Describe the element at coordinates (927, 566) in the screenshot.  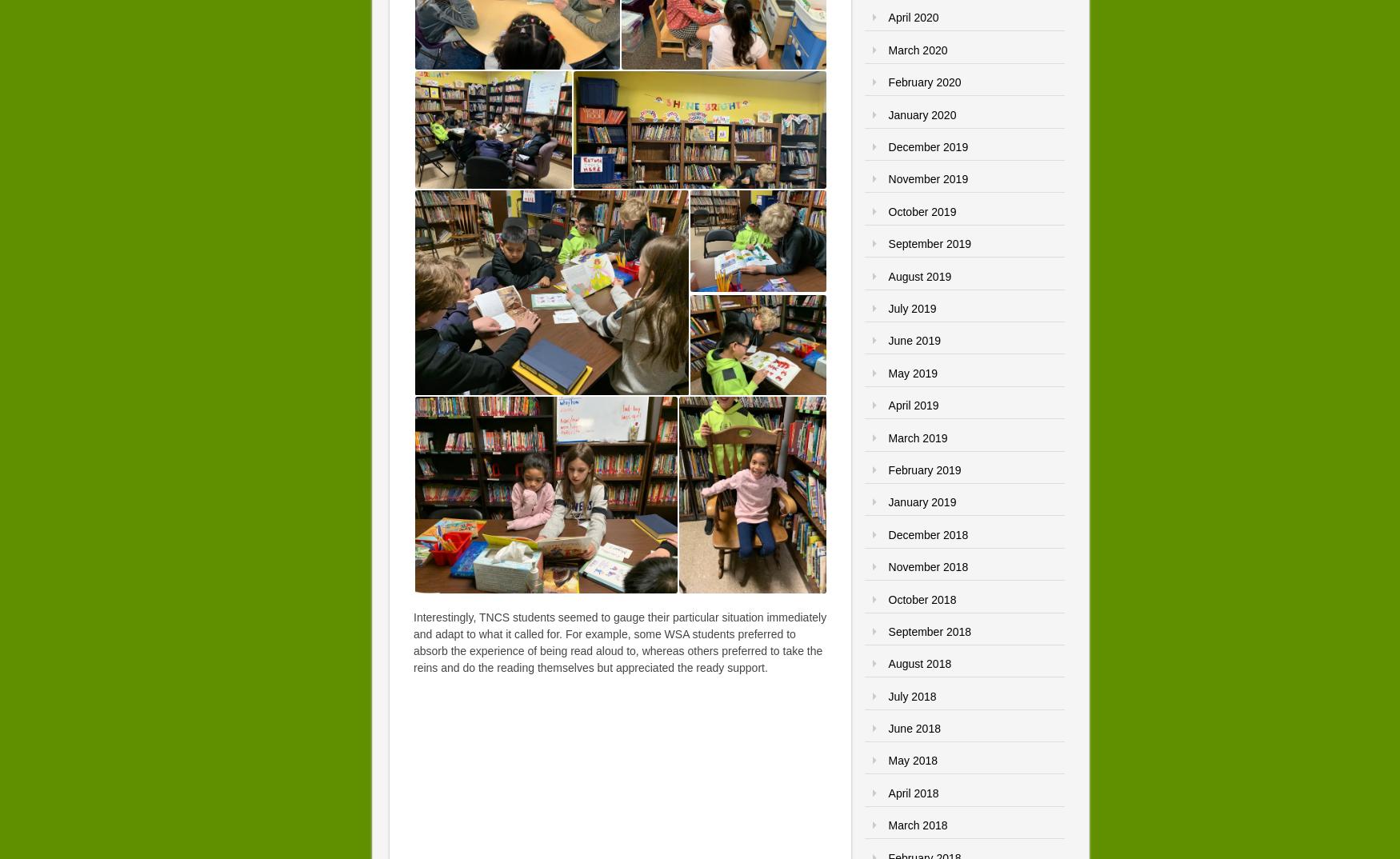
I see `'November 2018'` at that location.